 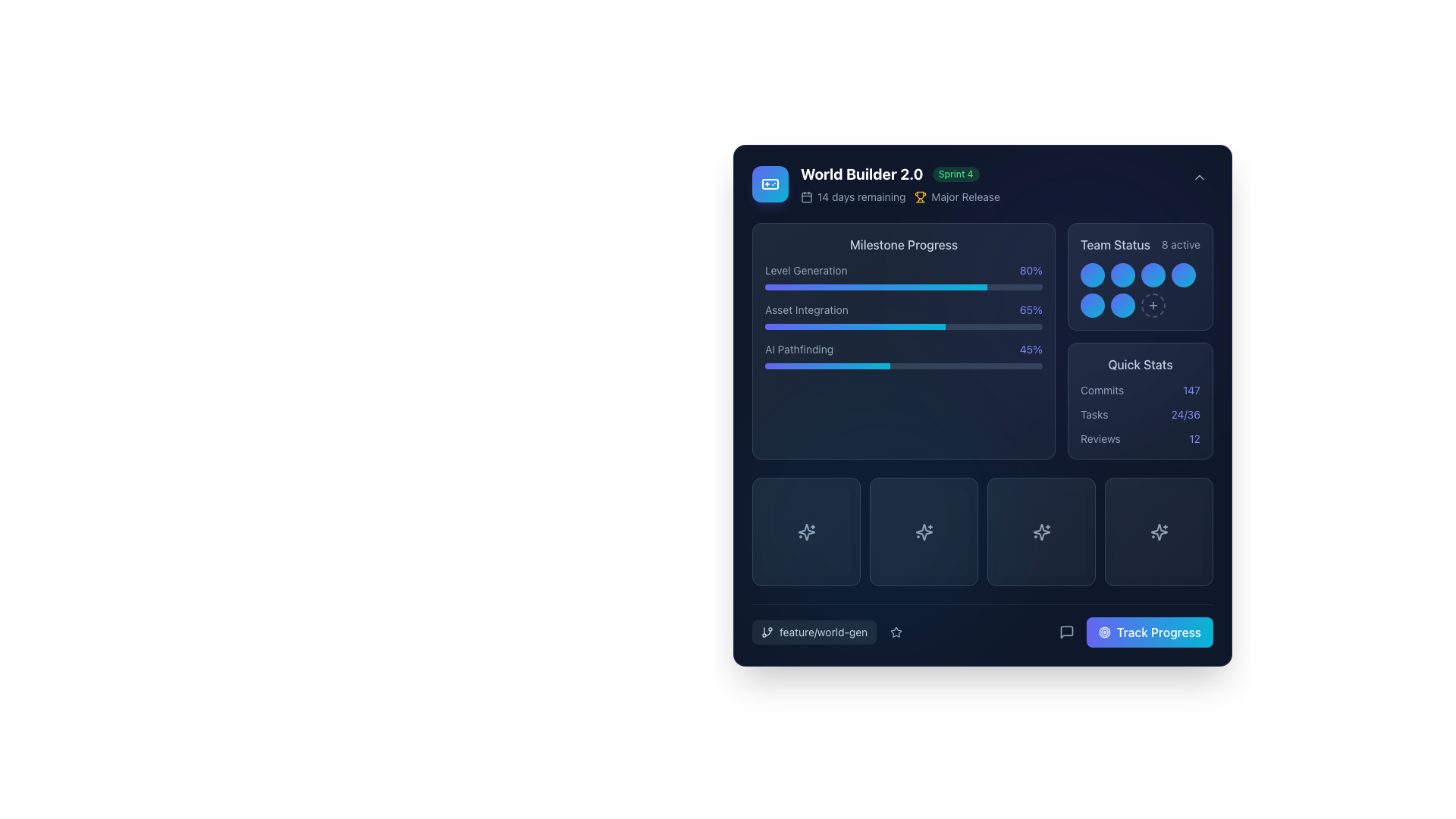 I want to click on the 'Level Generation' text label located in the 'Milestone Progress' section, which is aligned to the left of the '80%' text indicator, so click(x=805, y=270).